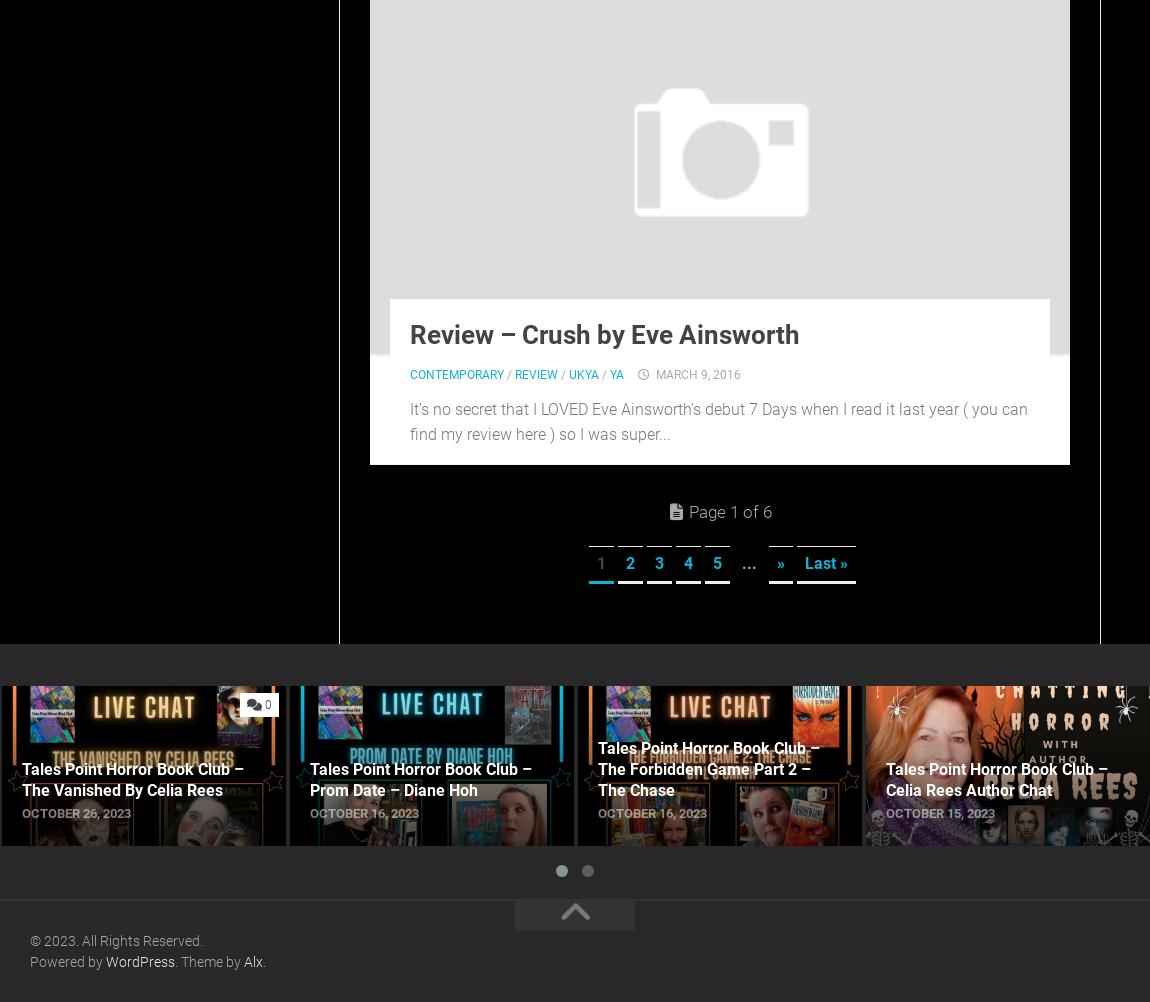 Image resolution: width=1150 pixels, height=1002 pixels. What do you see at coordinates (115, 938) in the screenshot?
I see `'© 2023. All Rights Reserved.'` at bounding box center [115, 938].